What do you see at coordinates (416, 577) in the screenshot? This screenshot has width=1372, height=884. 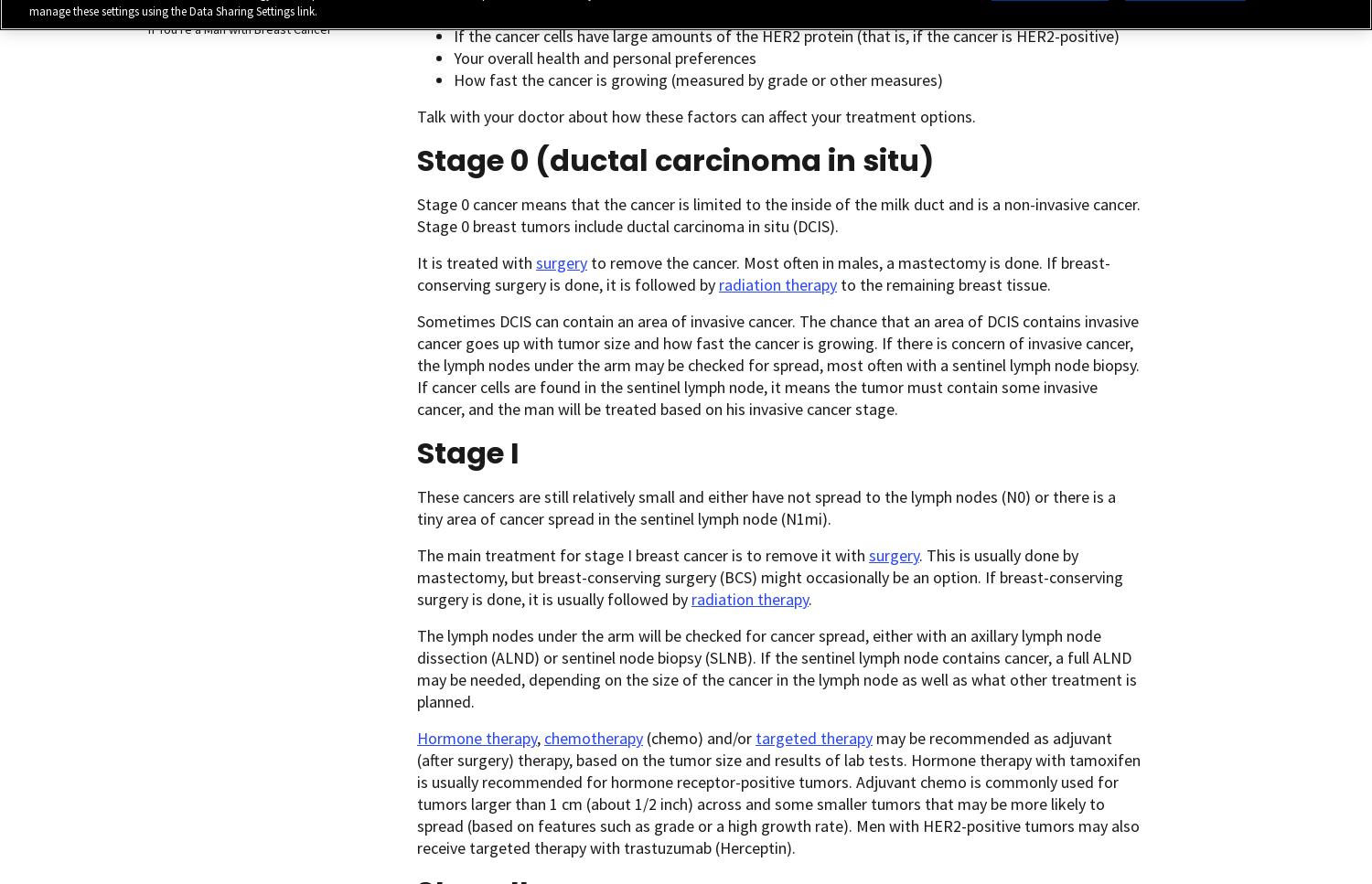 I see `'. This is usually done by mastectomy, but breast-conserving surgery (BCS) might occasionally be an option. If breast-conserving surgery is done, it is usually followed by'` at bounding box center [416, 577].